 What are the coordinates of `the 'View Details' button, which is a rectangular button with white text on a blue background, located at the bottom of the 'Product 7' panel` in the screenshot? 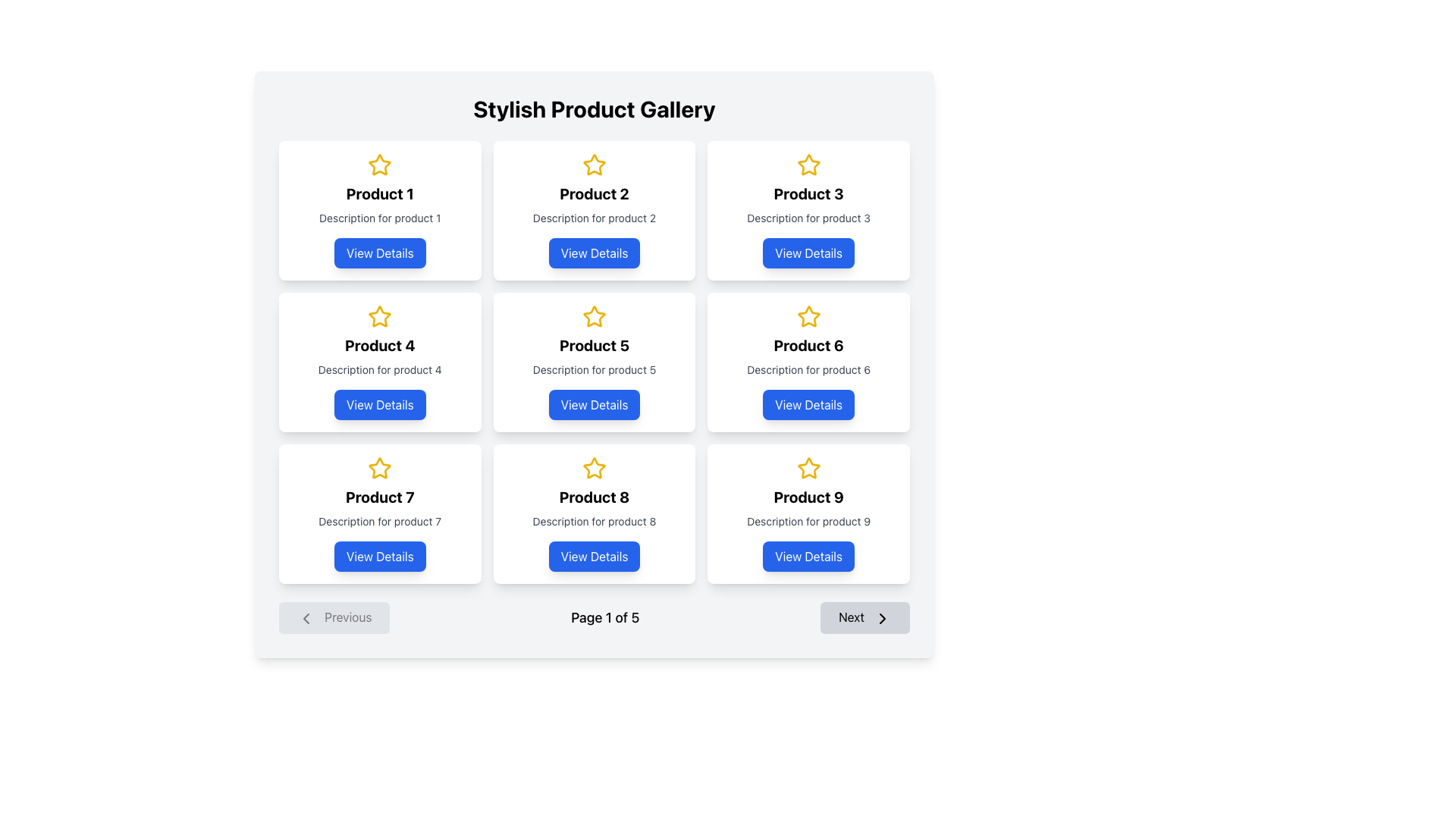 It's located at (380, 556).